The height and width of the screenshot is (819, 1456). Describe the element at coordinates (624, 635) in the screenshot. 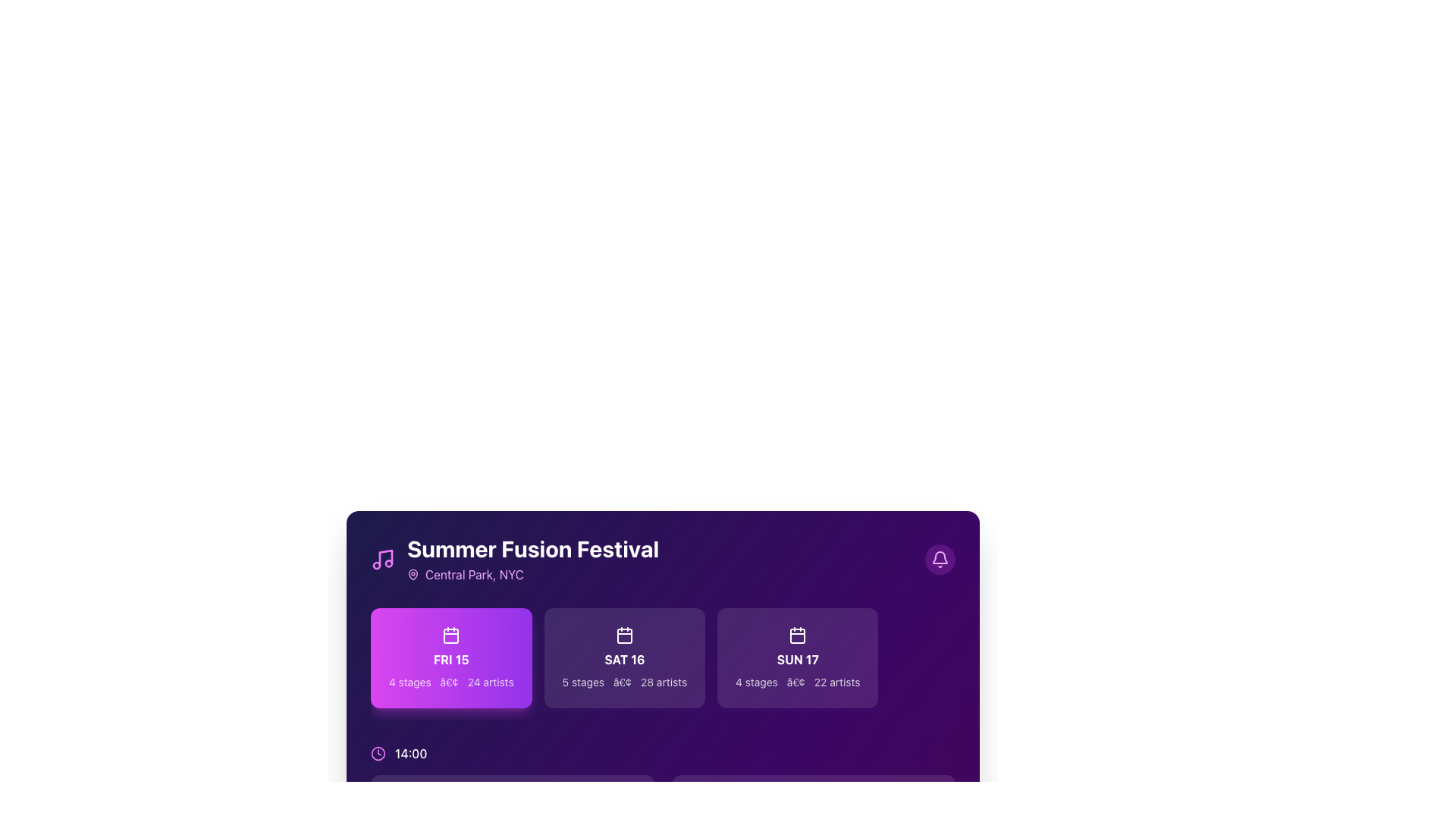

I see `the calendar icon located in the center column of the event day cards` at that location.